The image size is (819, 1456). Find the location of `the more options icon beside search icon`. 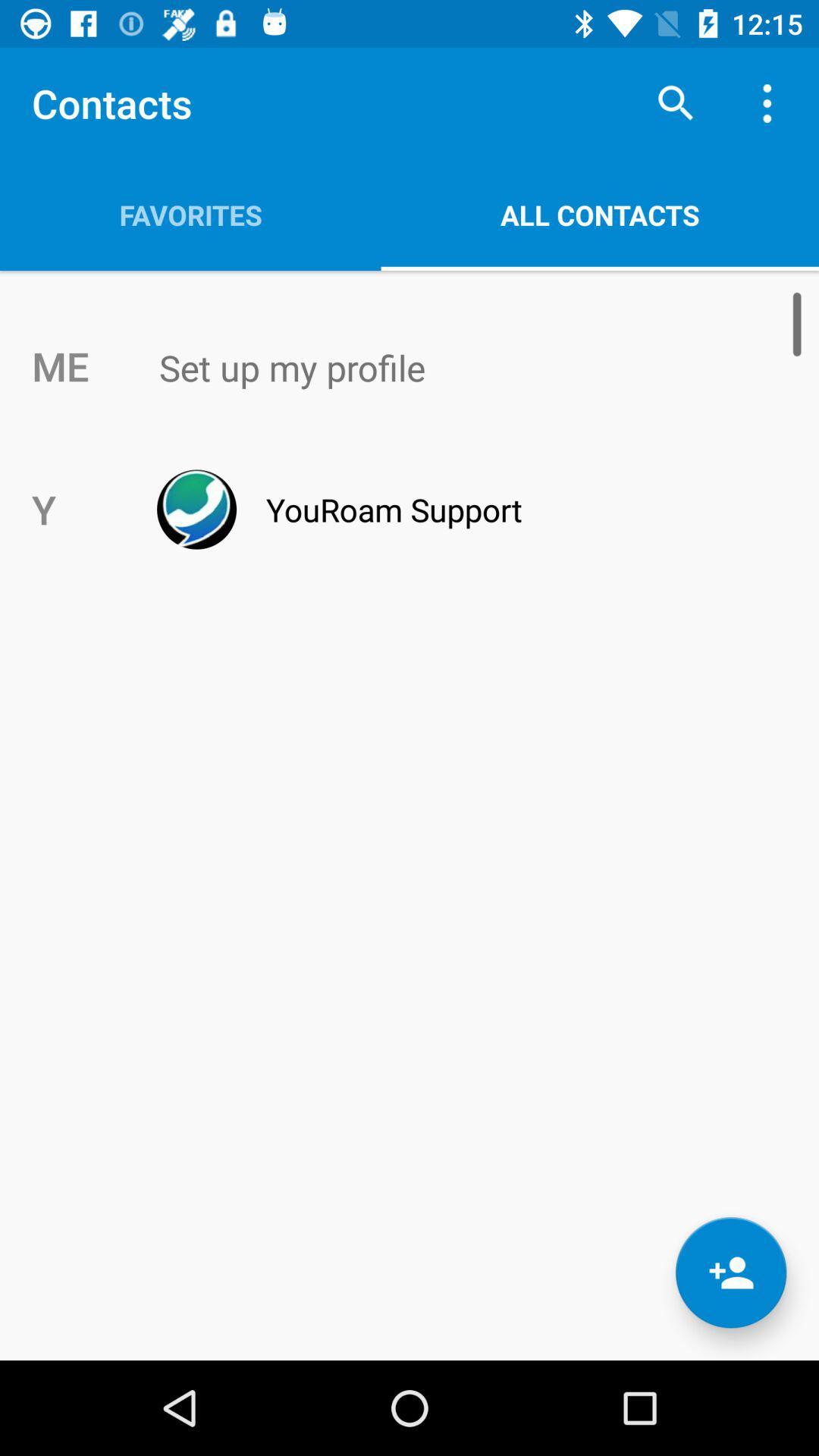

the more options icon beside search icon is located at coordinates (771, 103).